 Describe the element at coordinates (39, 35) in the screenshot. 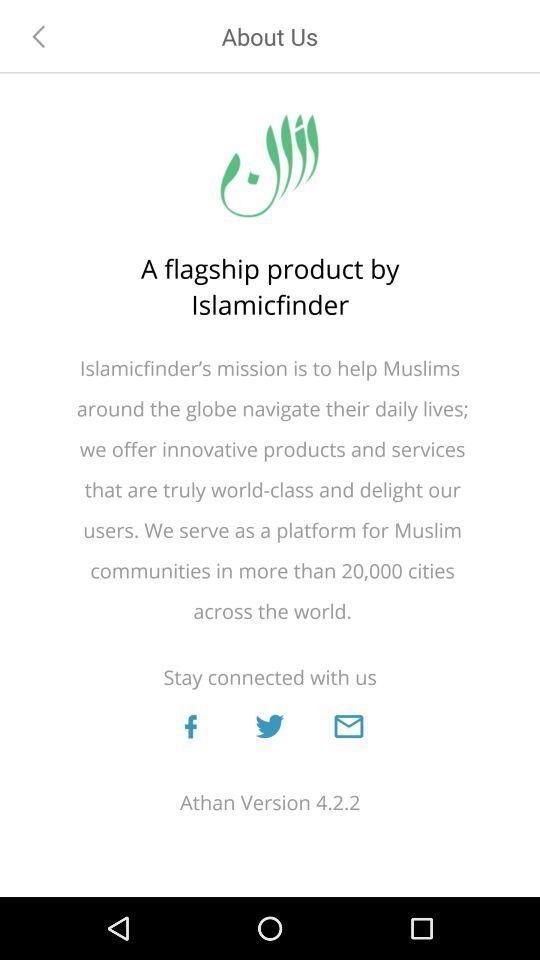

I see `go back` at that location.